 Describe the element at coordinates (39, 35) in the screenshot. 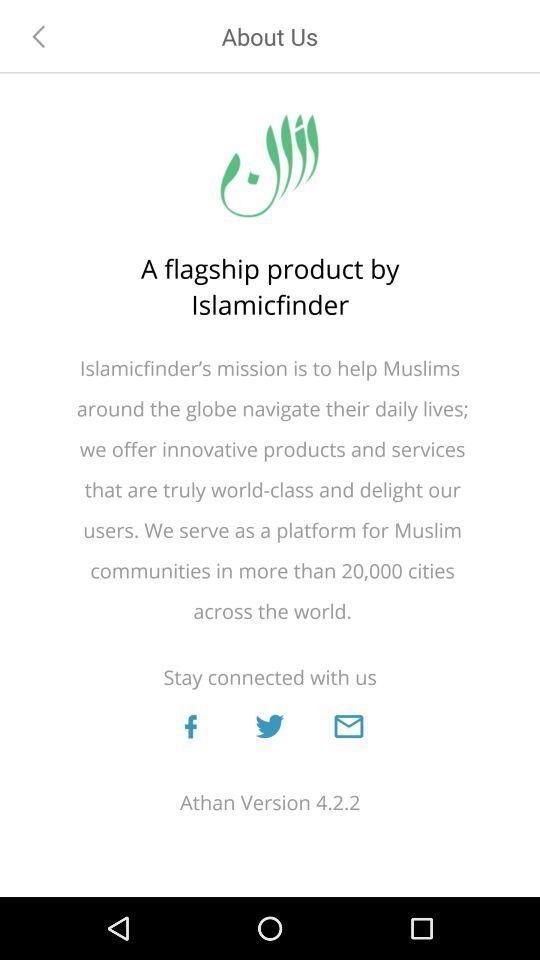

I see `go back` at that location.